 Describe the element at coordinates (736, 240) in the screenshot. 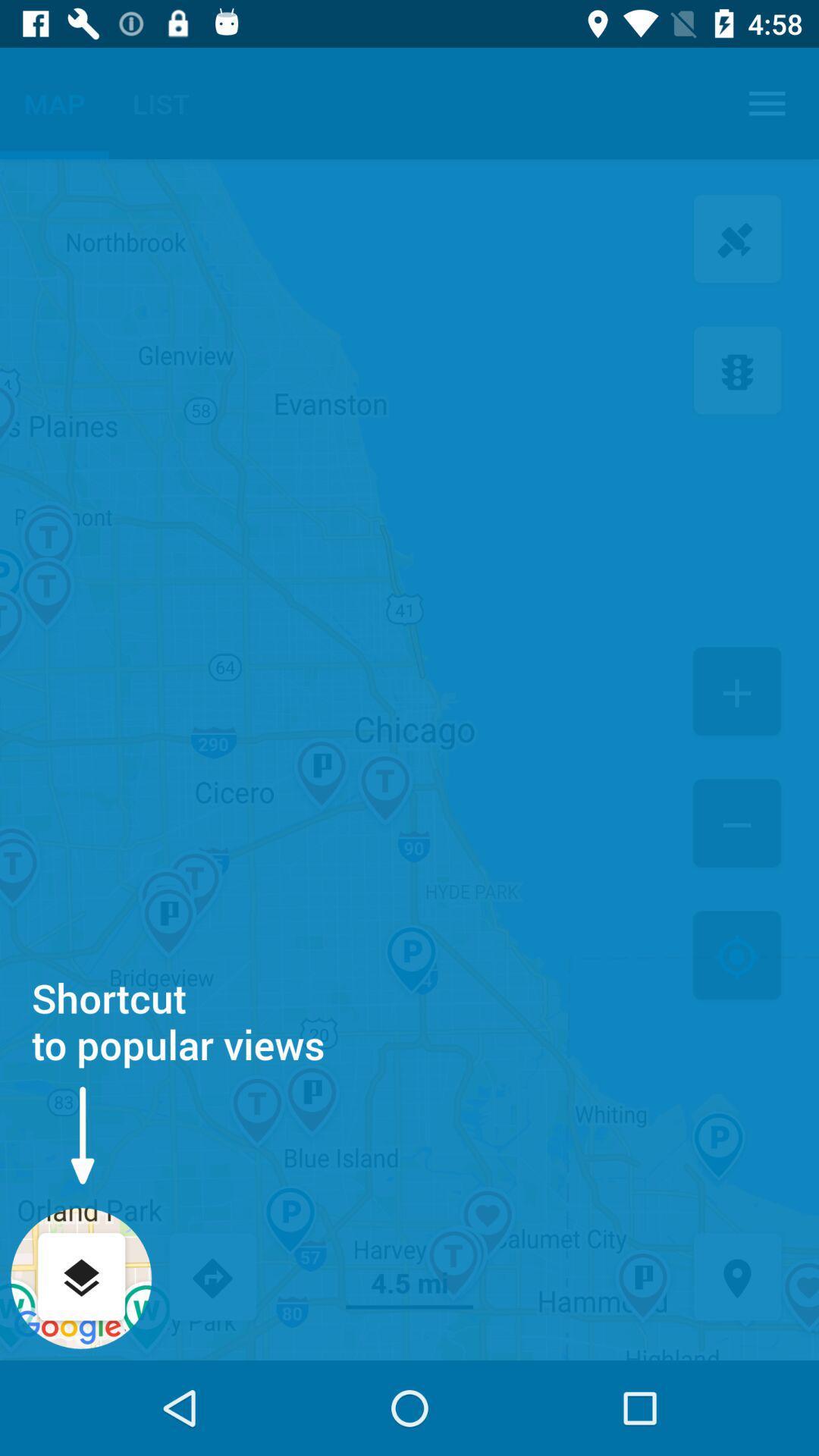

I see `satellite viewer` at that location.